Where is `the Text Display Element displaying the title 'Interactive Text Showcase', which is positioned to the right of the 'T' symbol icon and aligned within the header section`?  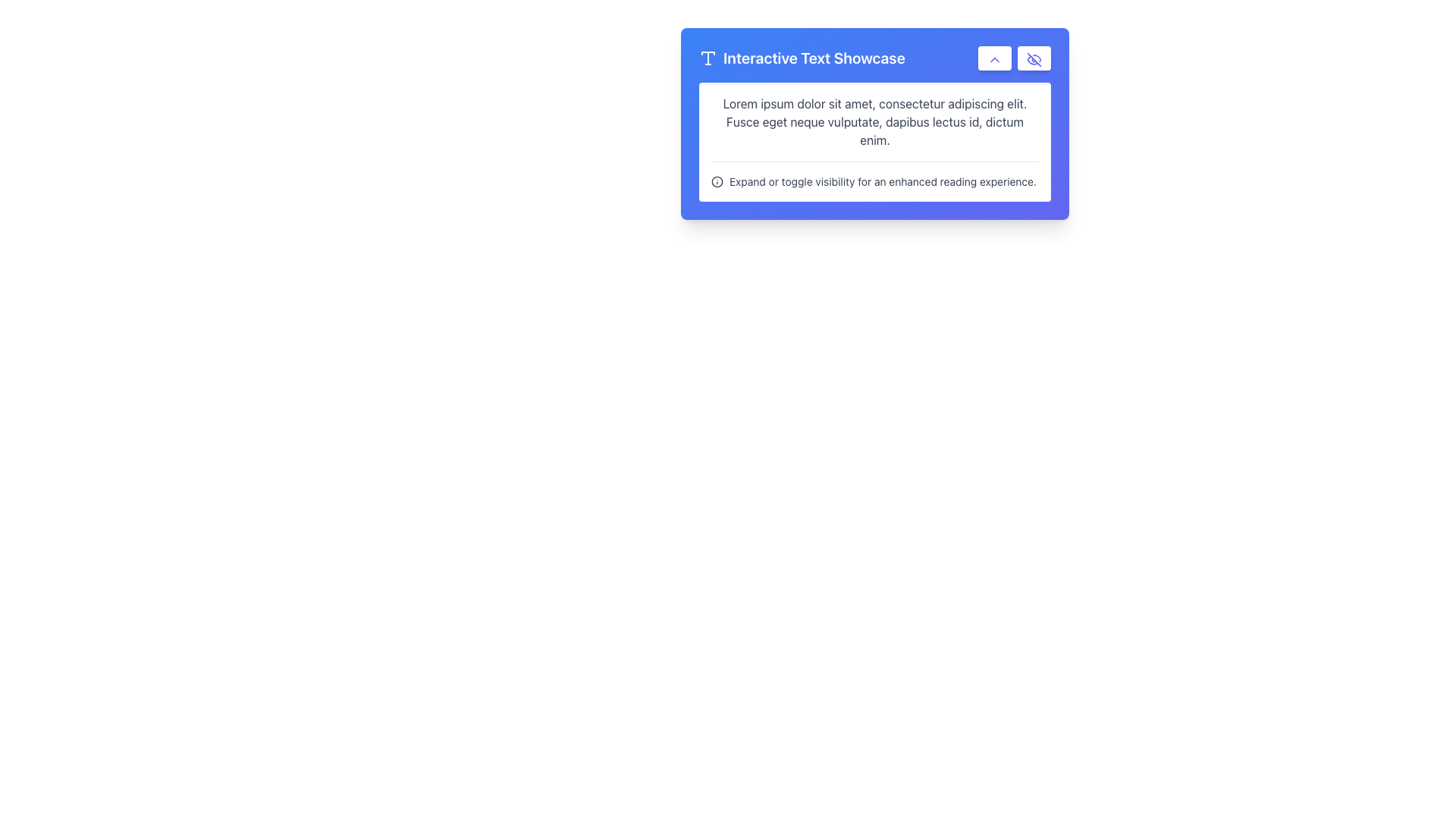 the Text Display Element displaying the title 'Interactive Text Showcase', which is positioned to the right of the 'T' symbol icon and aligned within the header section is located at coordinates (813, 58).